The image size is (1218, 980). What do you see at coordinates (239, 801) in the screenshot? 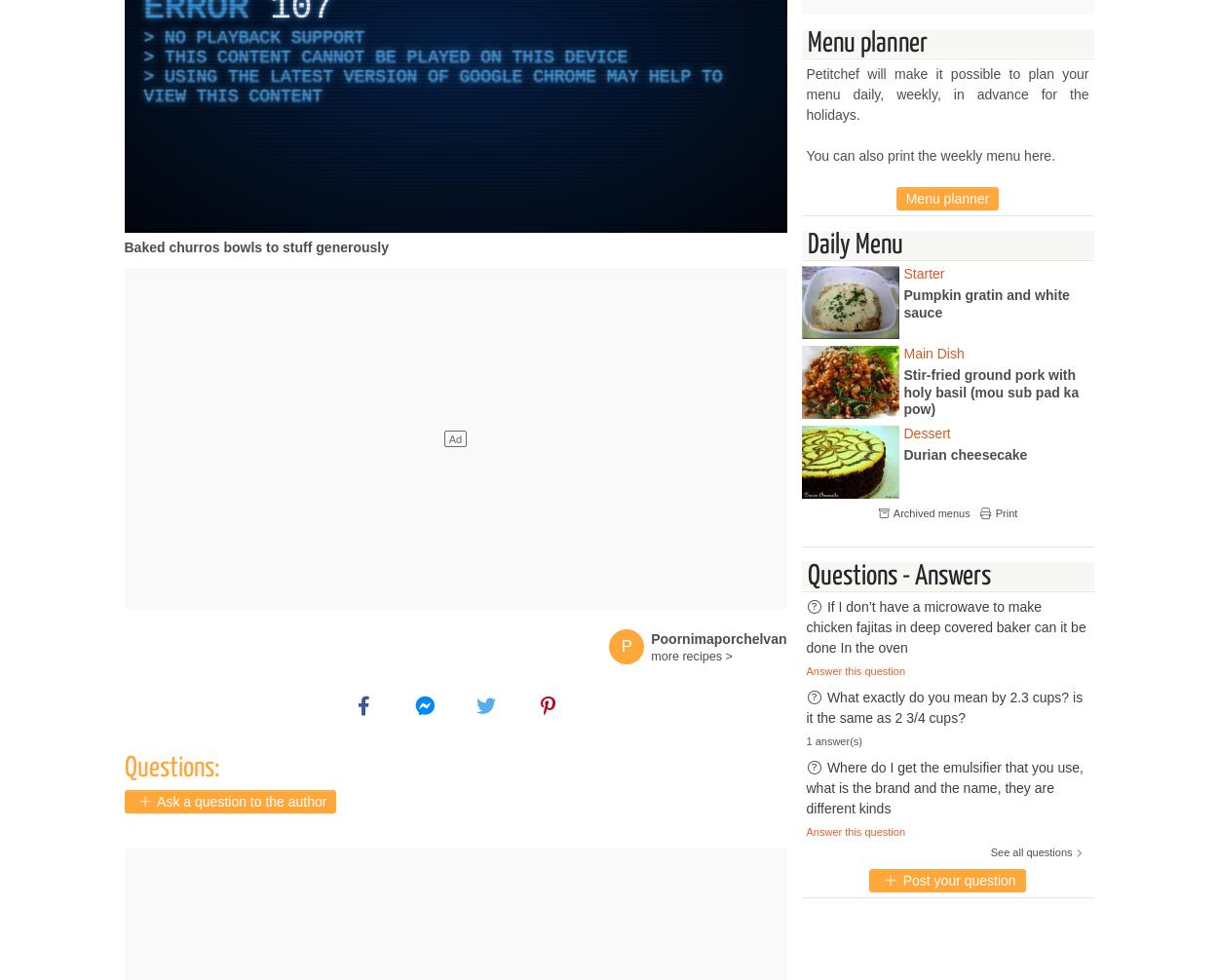
I see `'Ask a question to the author'` at bounding box center [239, 801].